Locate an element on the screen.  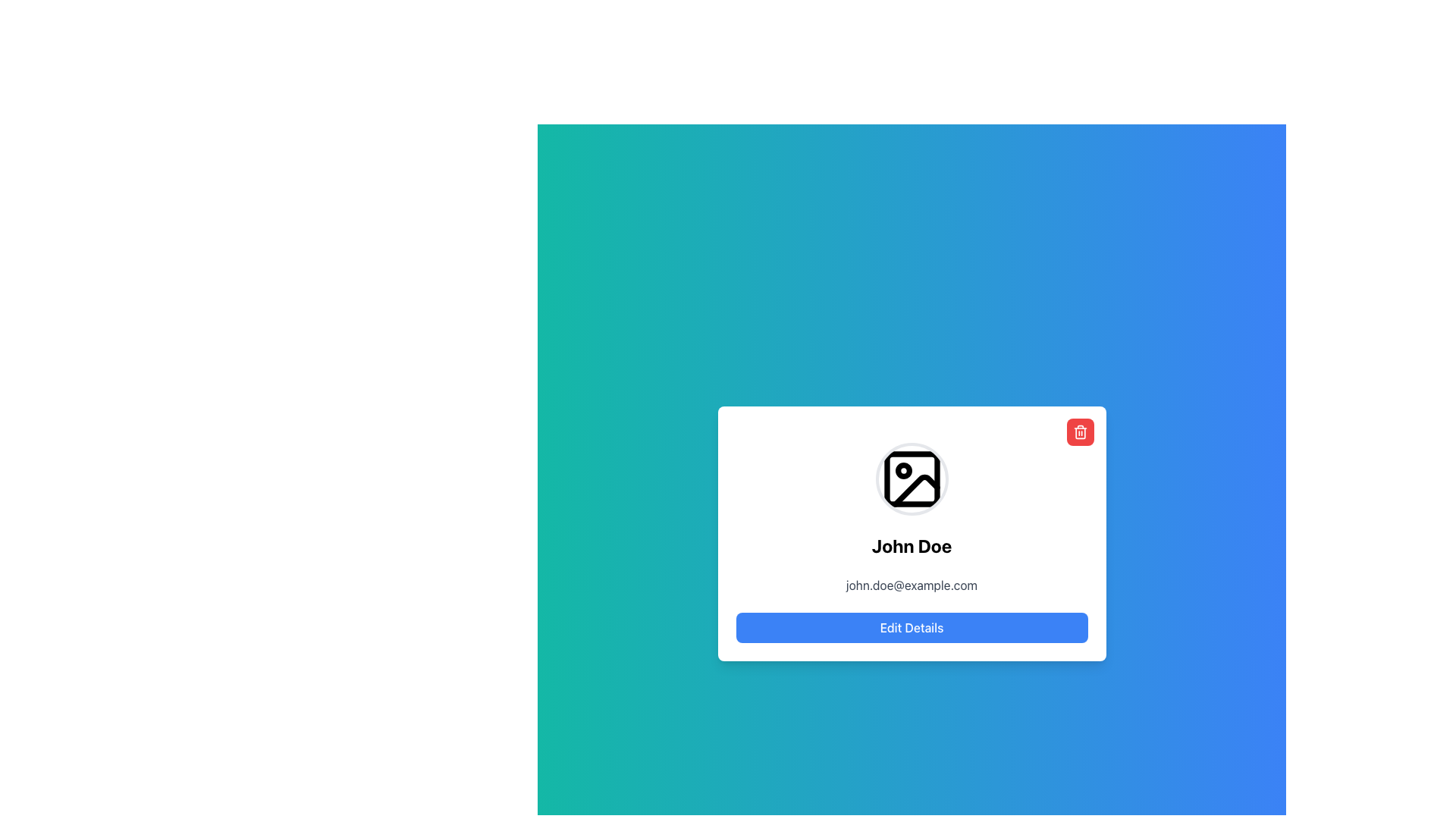
the Circle glyph, which is a visual indicator within the user profile image area, centrally positioned within the image icon at the top of the user profile card is located at coordinates (903, 470).